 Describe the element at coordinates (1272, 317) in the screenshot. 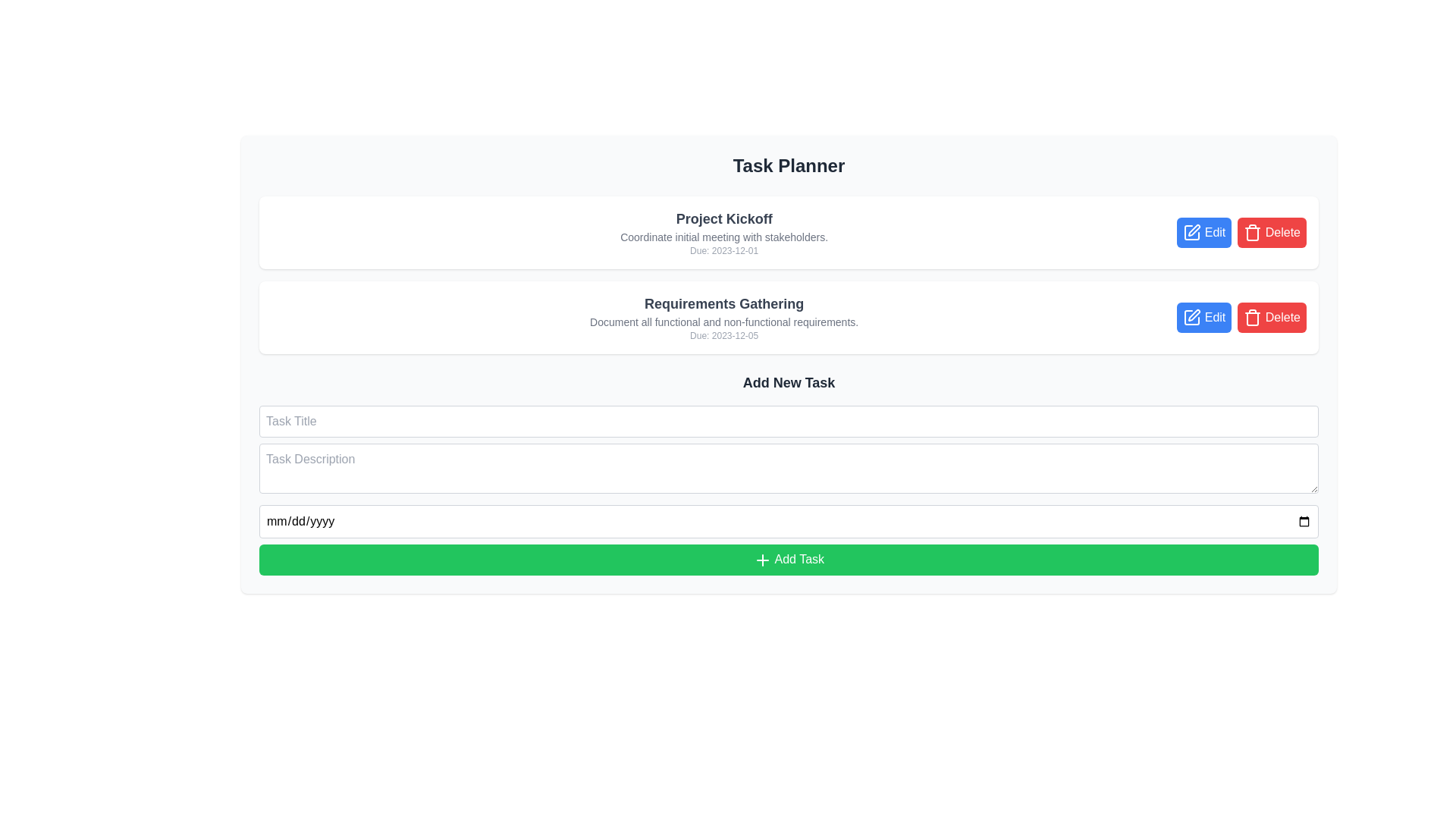

I see `the red 'Delete' button with a trash icon to initiate the delete action` at that location.